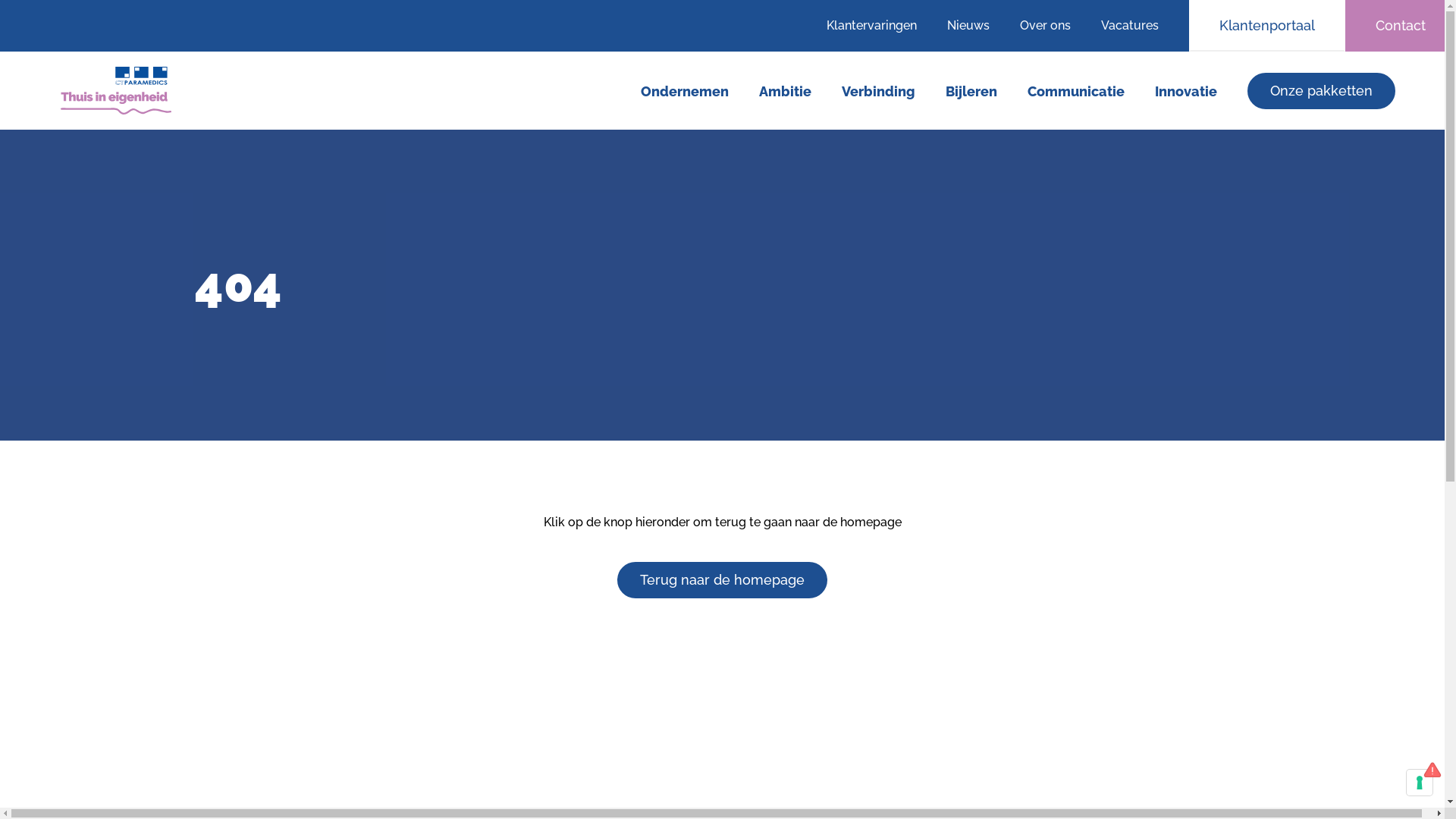  What do you see at coordinates (1044, 26) in the screenshot?
I see `'Over ons'` at bounding box center [1044, 26].